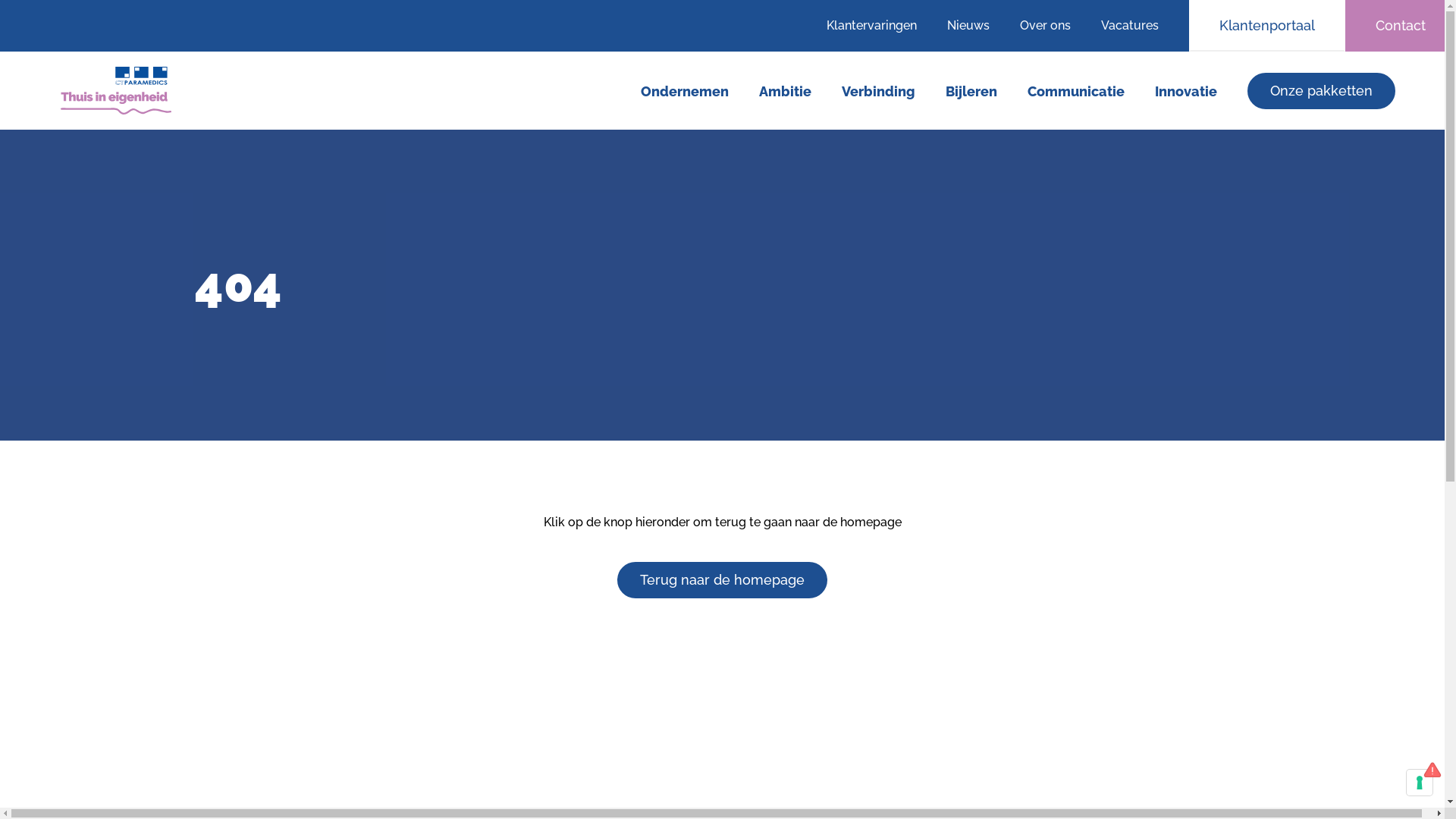  What do you see at coordinates (1044, 26) in the screenshot?
I see `'Over ons'` at bounding box center [1044, 26].